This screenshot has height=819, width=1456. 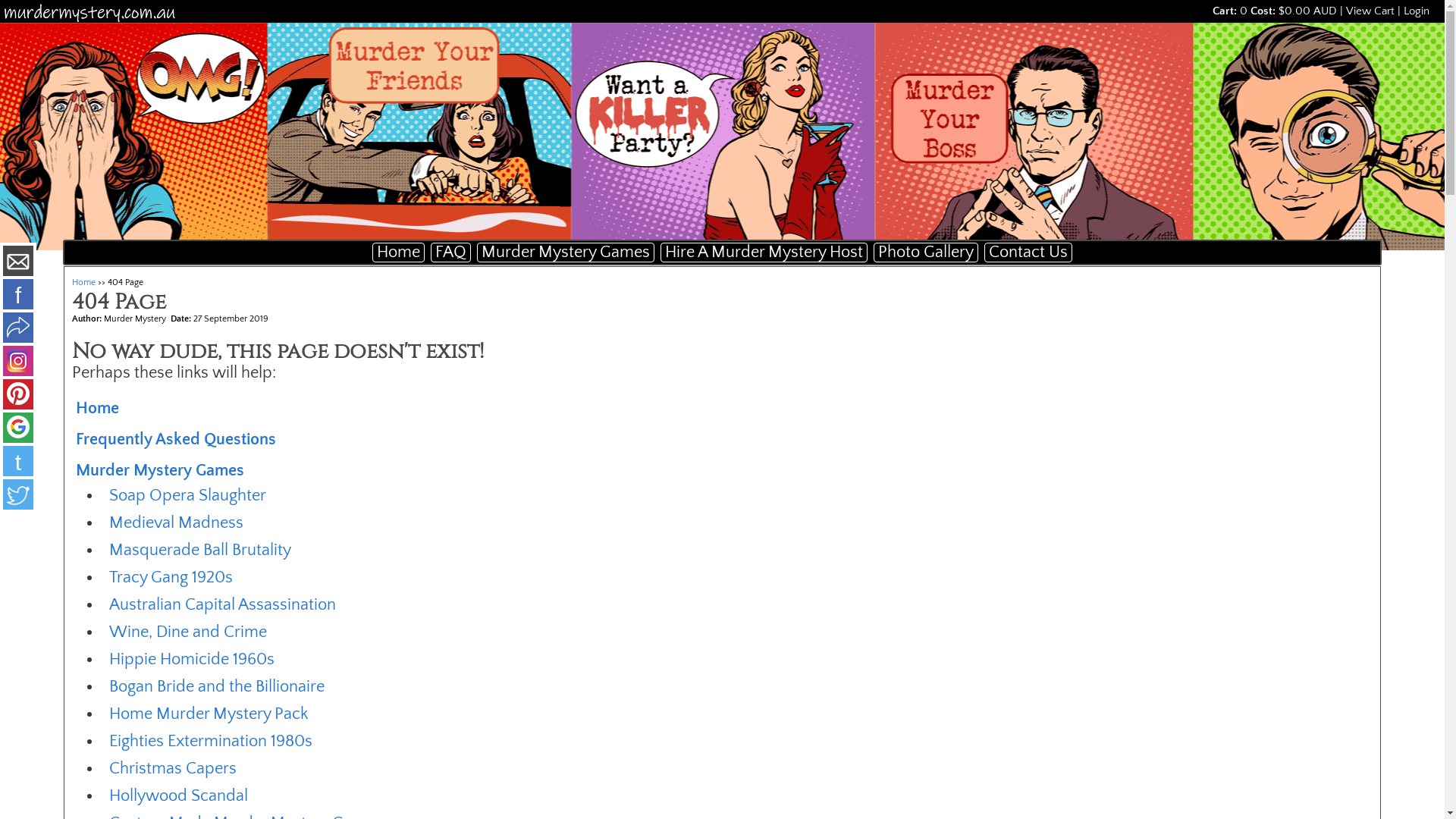 I want to click on 'Contact Us', so click(x=989, y=251).